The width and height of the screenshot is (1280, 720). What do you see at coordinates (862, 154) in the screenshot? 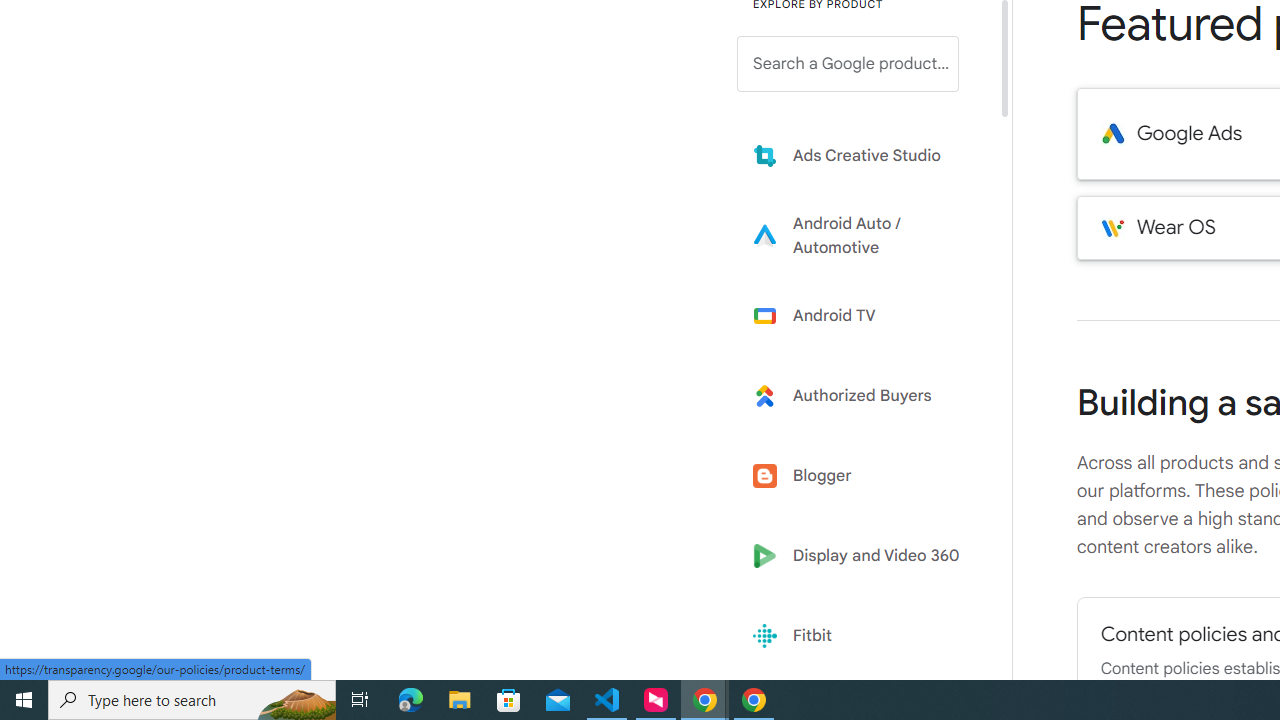
I see `'Learn more about Ads Creative Studio'` at bounding box center [862, 154].